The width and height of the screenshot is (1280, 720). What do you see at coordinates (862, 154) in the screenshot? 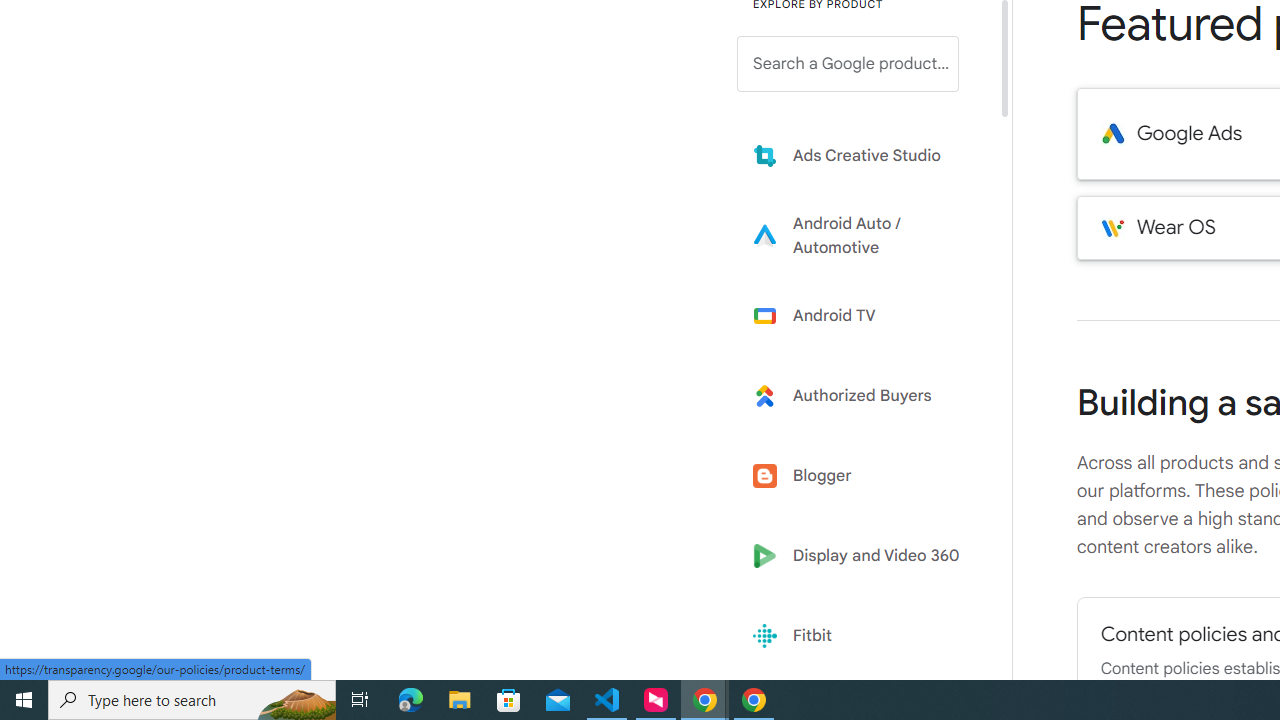
I see `'Learn more about Ads Creative Studio'` at bounding box center [862, 154].